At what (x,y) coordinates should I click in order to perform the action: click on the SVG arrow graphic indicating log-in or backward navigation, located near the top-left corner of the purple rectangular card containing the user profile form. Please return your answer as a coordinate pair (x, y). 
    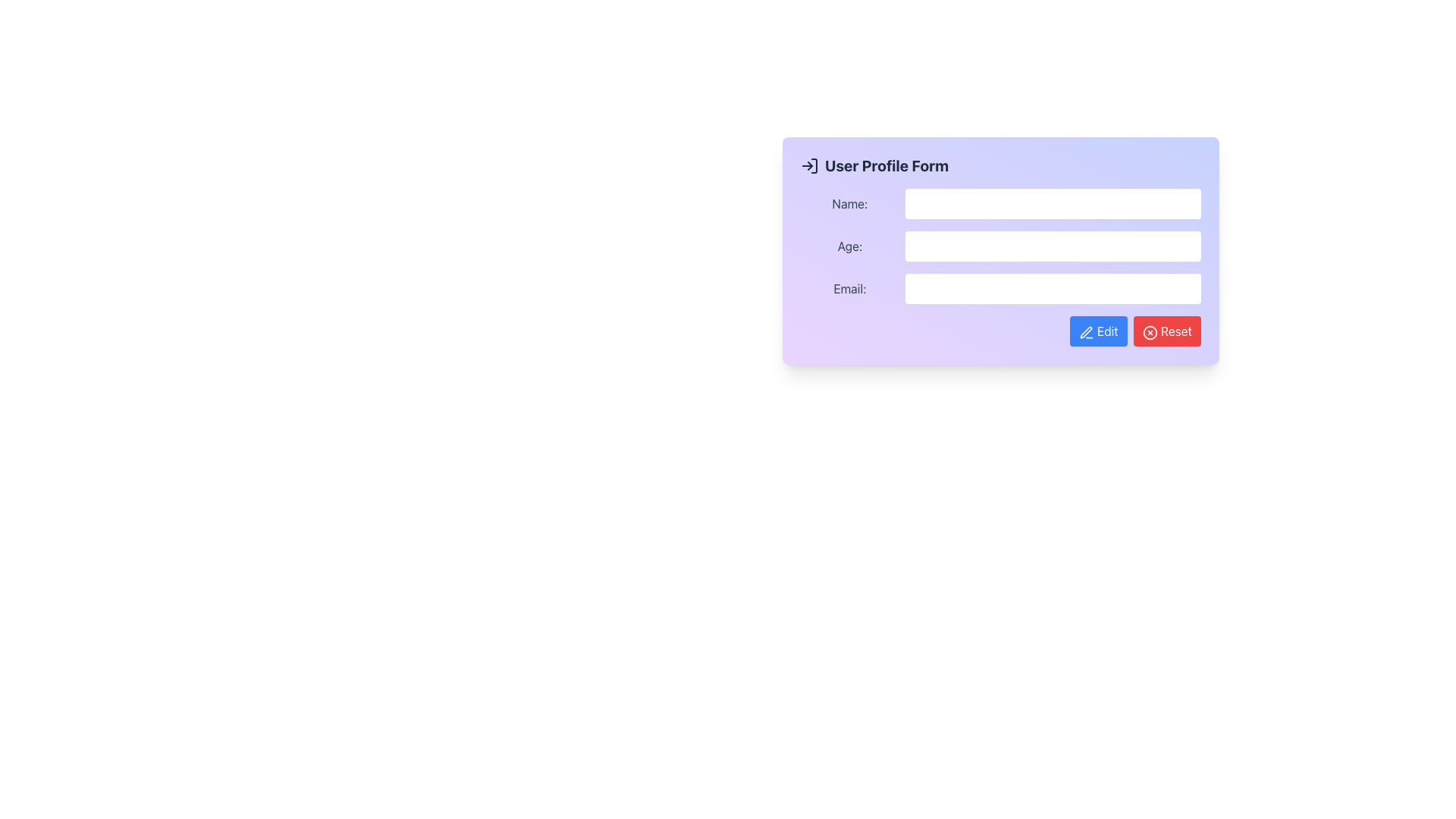
    Looking at the image, I should click on (809, 166).